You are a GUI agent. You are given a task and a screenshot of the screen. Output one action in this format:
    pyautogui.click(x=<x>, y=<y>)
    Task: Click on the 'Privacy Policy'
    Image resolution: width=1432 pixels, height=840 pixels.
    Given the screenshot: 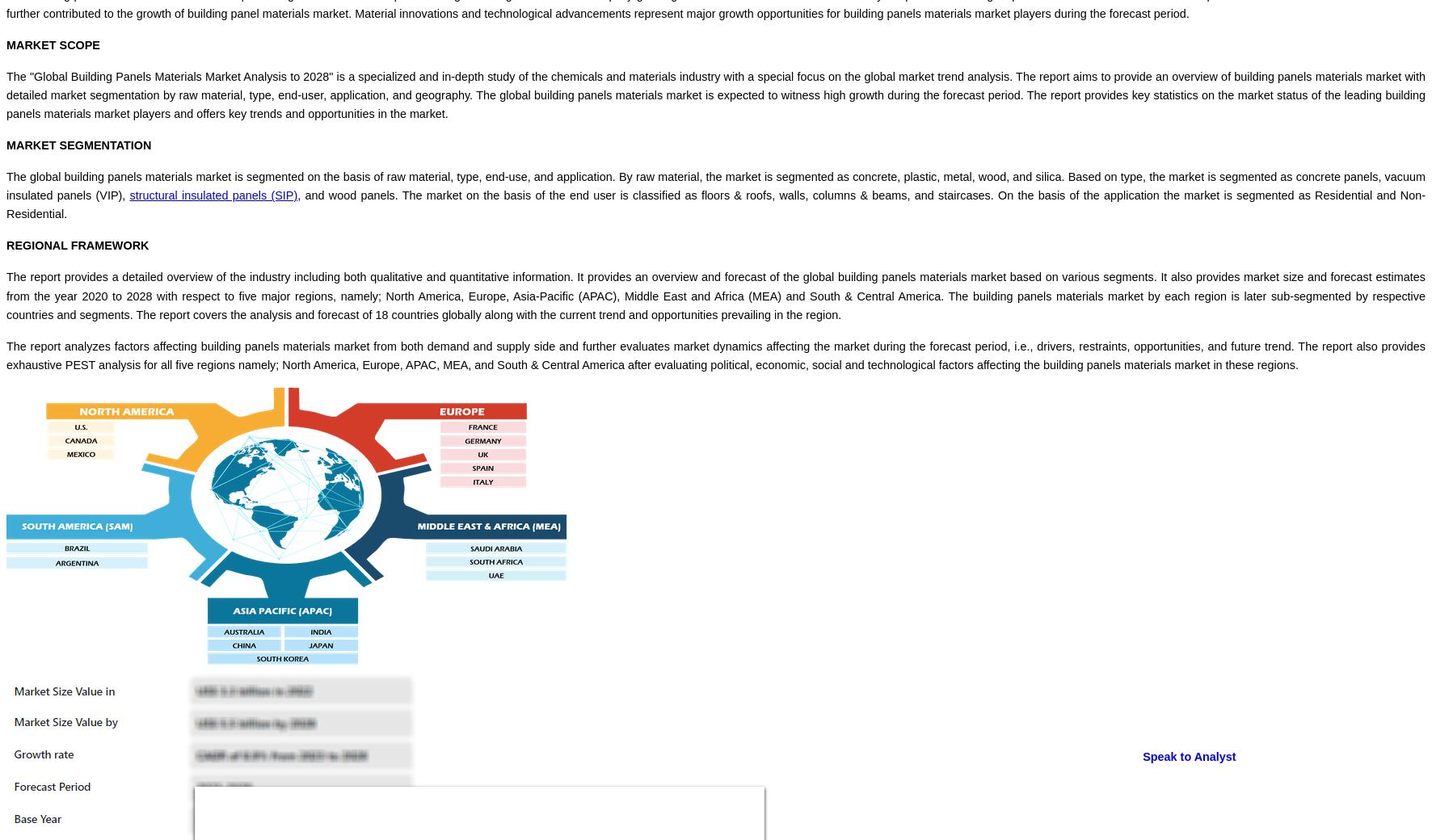 What is the action you would take?
    pyautogui.click(x=74, y=404)
    